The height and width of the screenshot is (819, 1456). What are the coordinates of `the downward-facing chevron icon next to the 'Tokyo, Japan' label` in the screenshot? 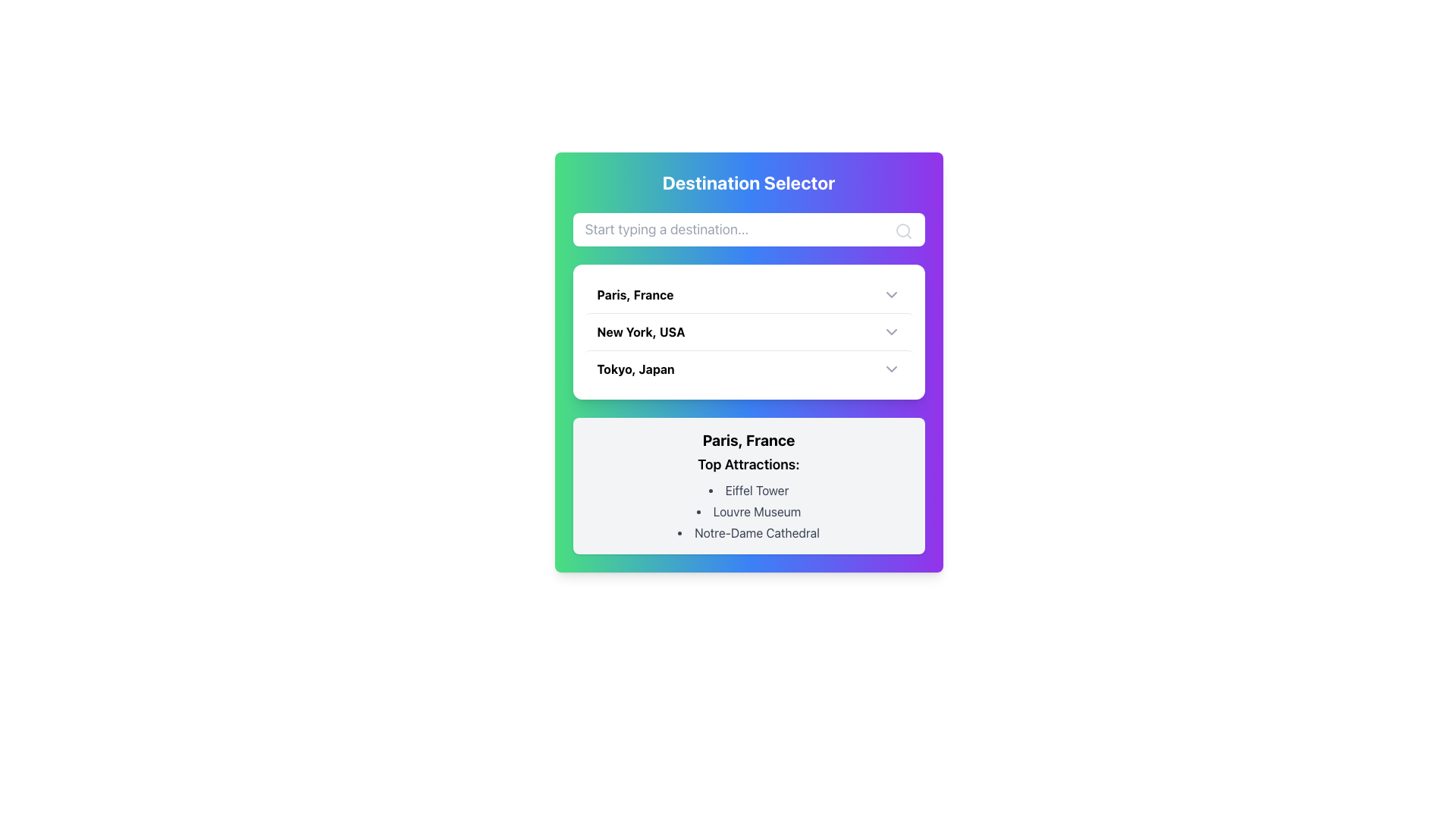 It's located at (891, 369).